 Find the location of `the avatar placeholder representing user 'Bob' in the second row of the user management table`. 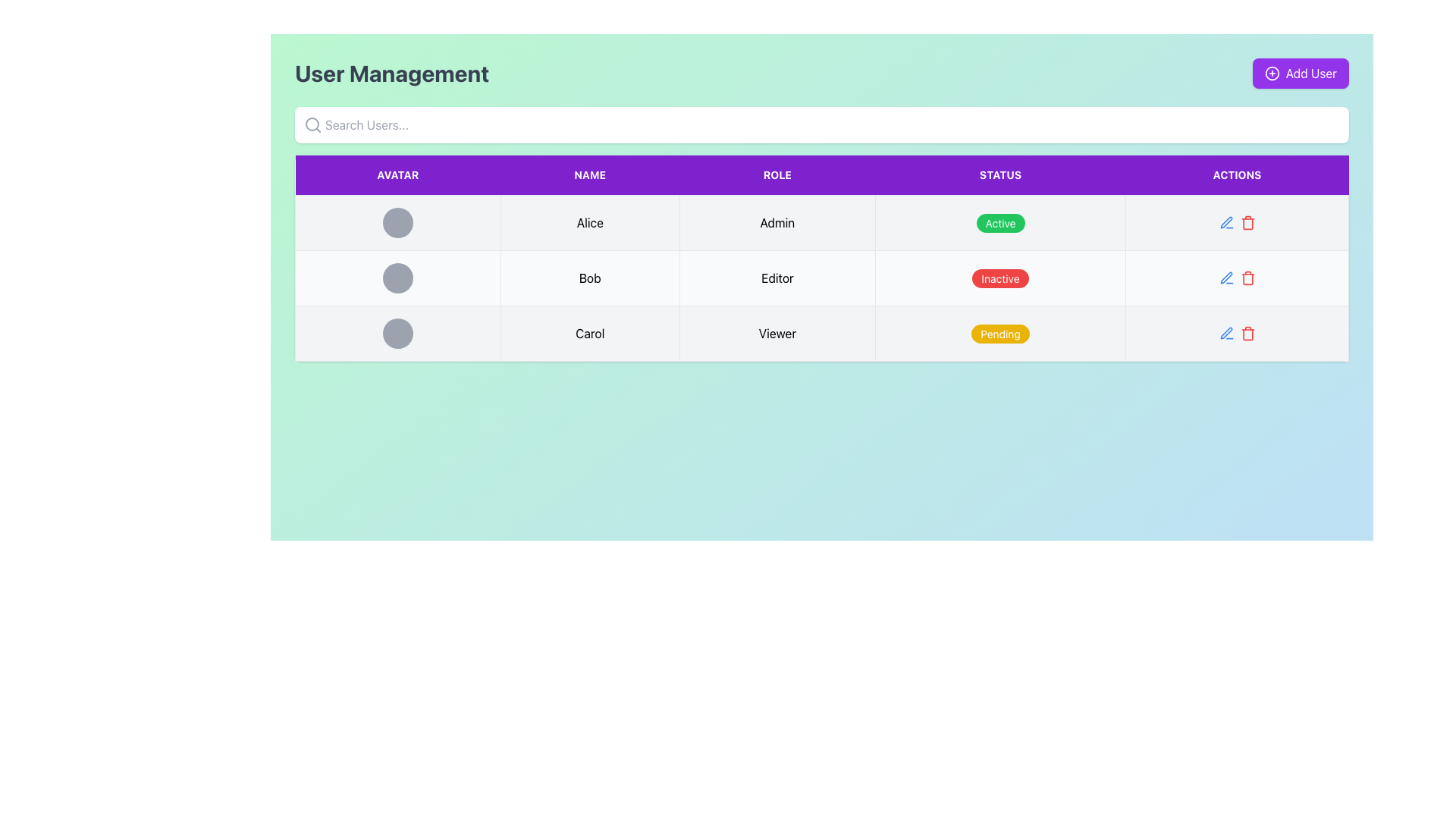

the avatar placeholder representing user 'Bob' in the second row of the user management table is located at coordinates (397, 278).